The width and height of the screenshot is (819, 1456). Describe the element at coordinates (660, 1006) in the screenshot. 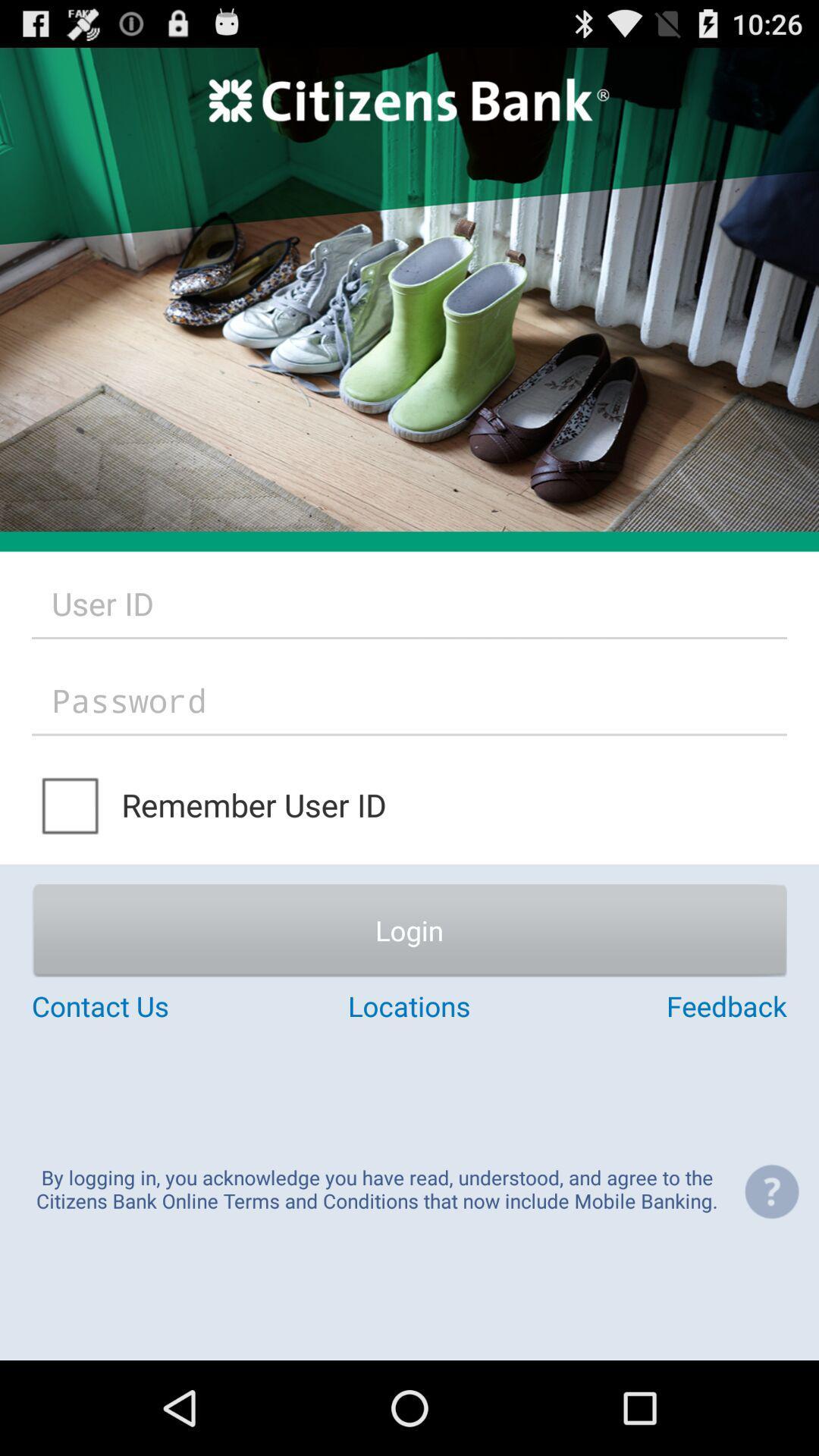

I see `feedback icon` at that location.